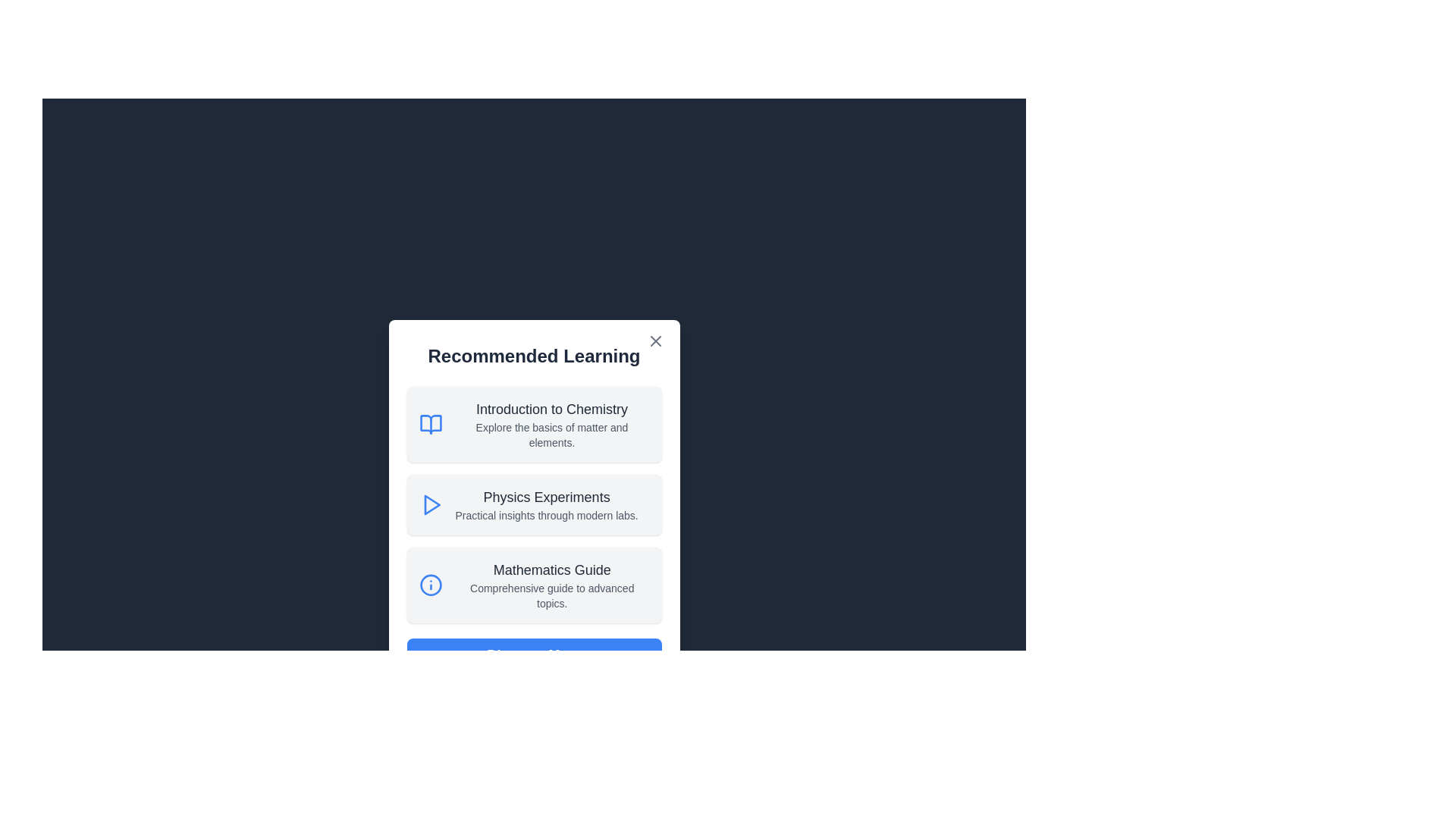  I want to click on the Play button icon located near the 'Physics Experiments' item in the recommended learning list, so click(431, 505).